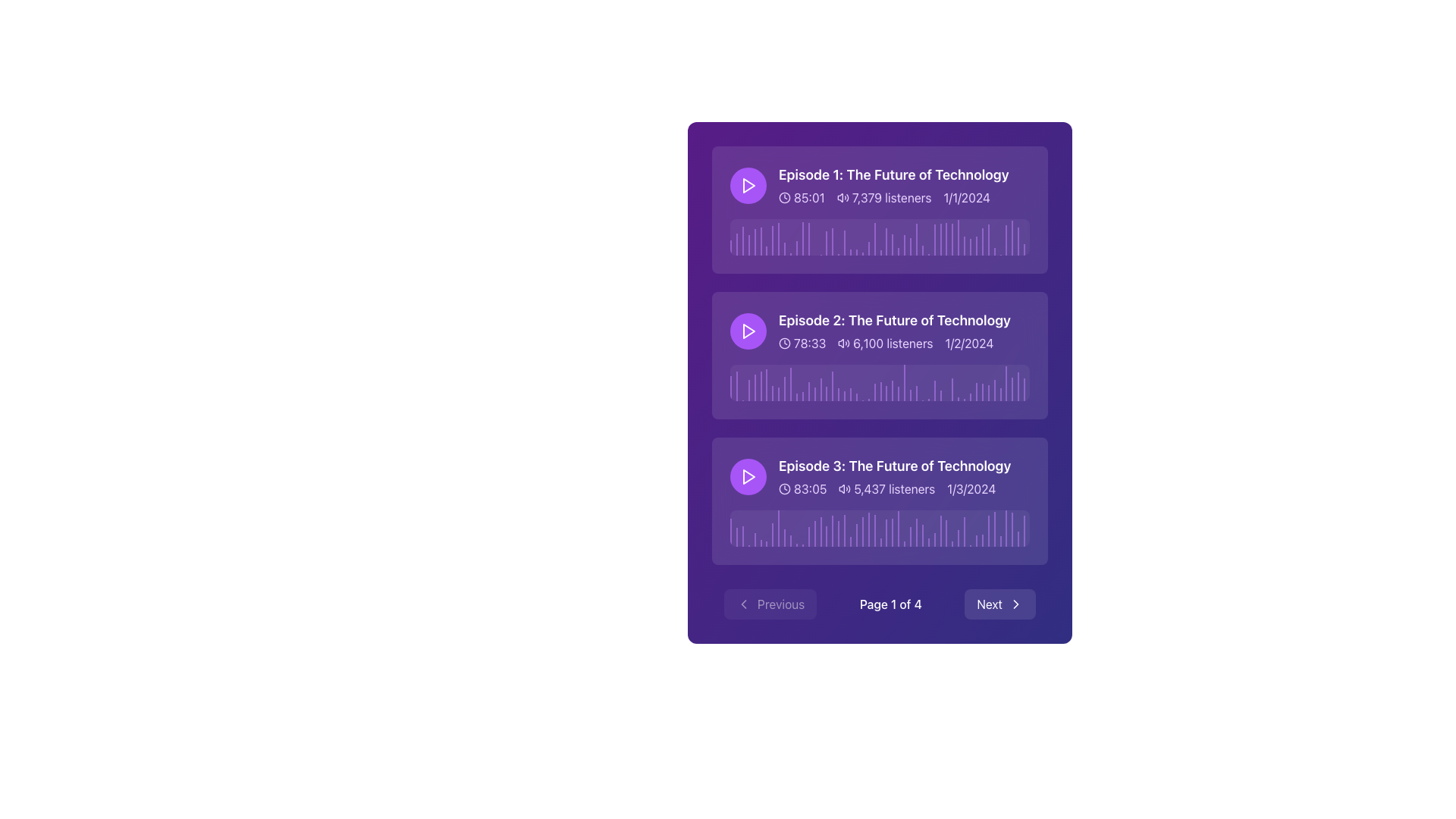 The width and height of the screenshot is (1456, 819). What do you see at coordinates (785, 488) in the screenshot?
I see `the clock icon that indicates the duration of the podcast episode, located before the time '83:05' in the third episode's layout` at bounding box center [785, 488].